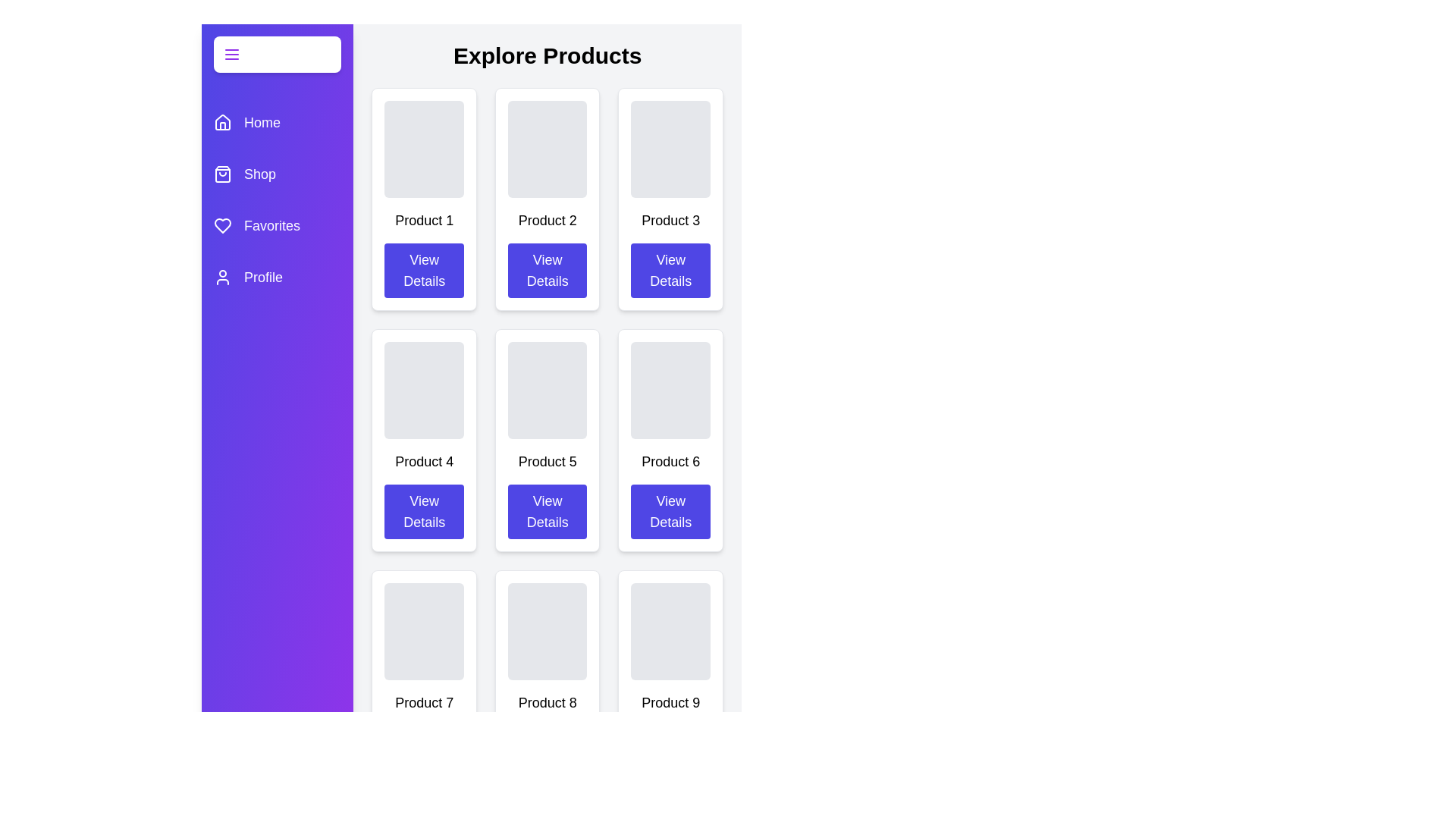  I want to click on the category Home in the drawer to highlight it, so click(277, 122).